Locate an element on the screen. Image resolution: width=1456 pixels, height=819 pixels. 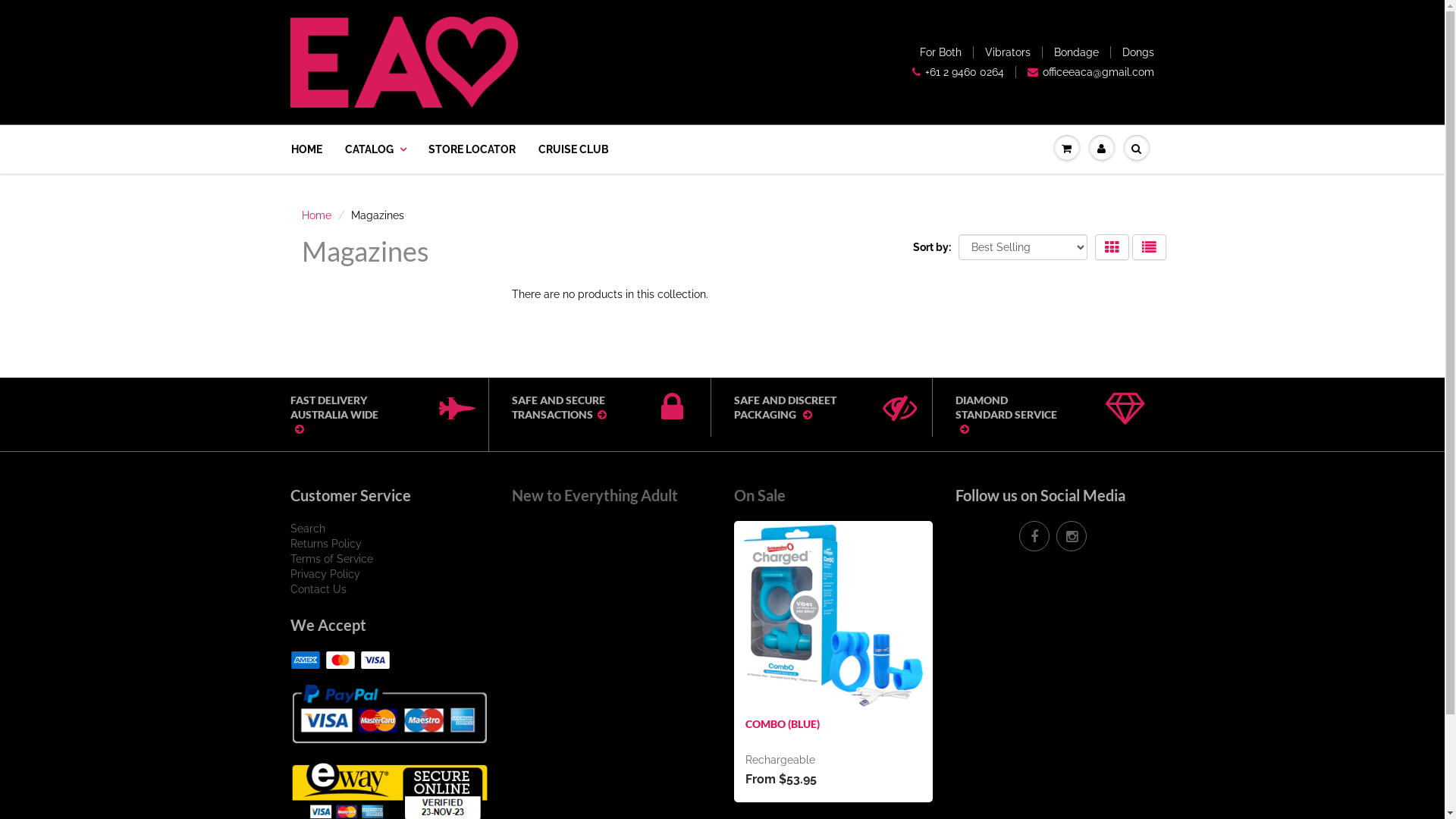
'Returns Policy' is located at coordinates (324, 543).